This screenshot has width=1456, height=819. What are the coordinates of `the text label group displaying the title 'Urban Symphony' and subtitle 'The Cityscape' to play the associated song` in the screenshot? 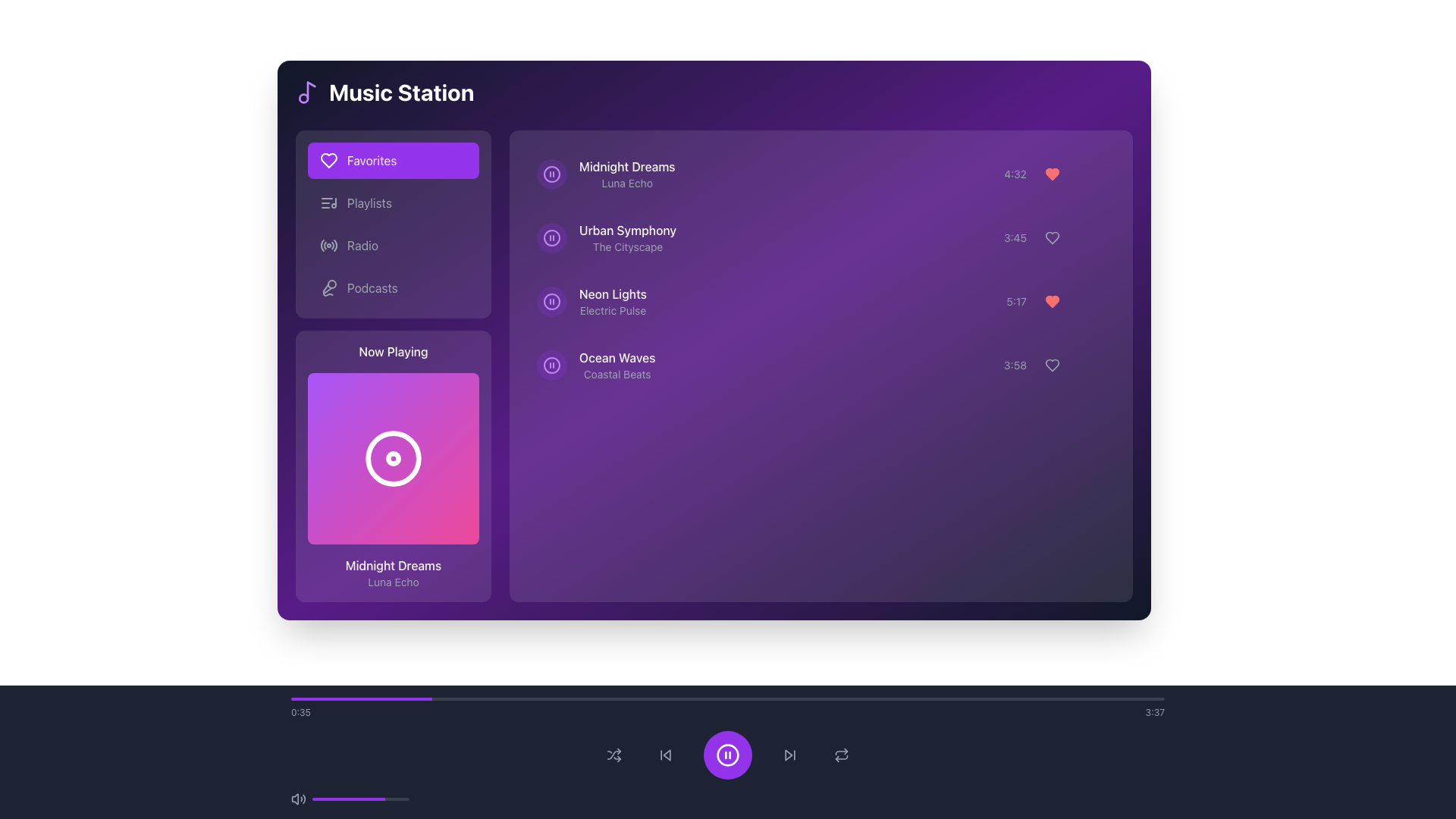 It's located at (628, 237).